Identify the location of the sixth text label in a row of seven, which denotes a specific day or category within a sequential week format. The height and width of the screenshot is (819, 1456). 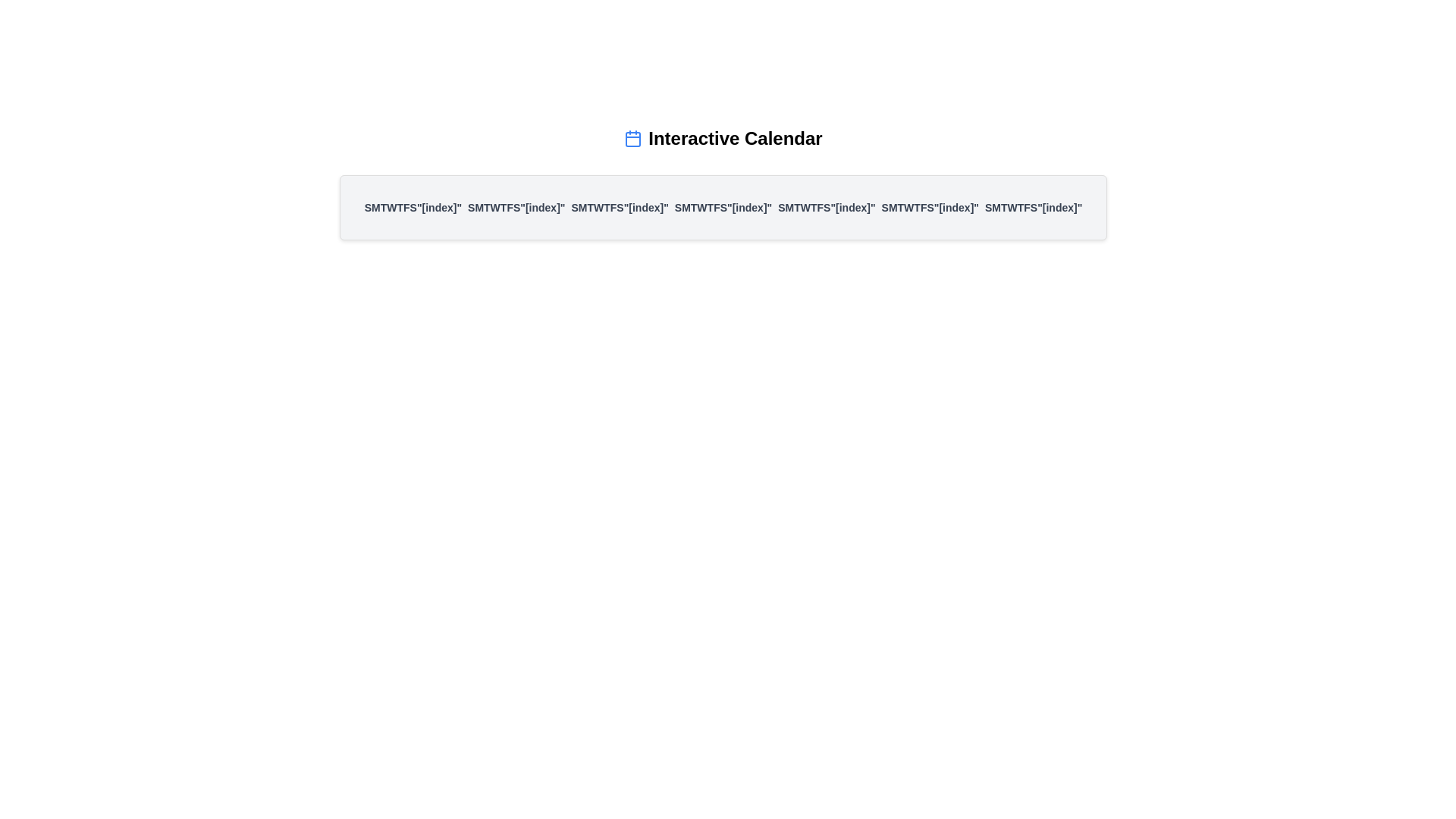
(929, 207).